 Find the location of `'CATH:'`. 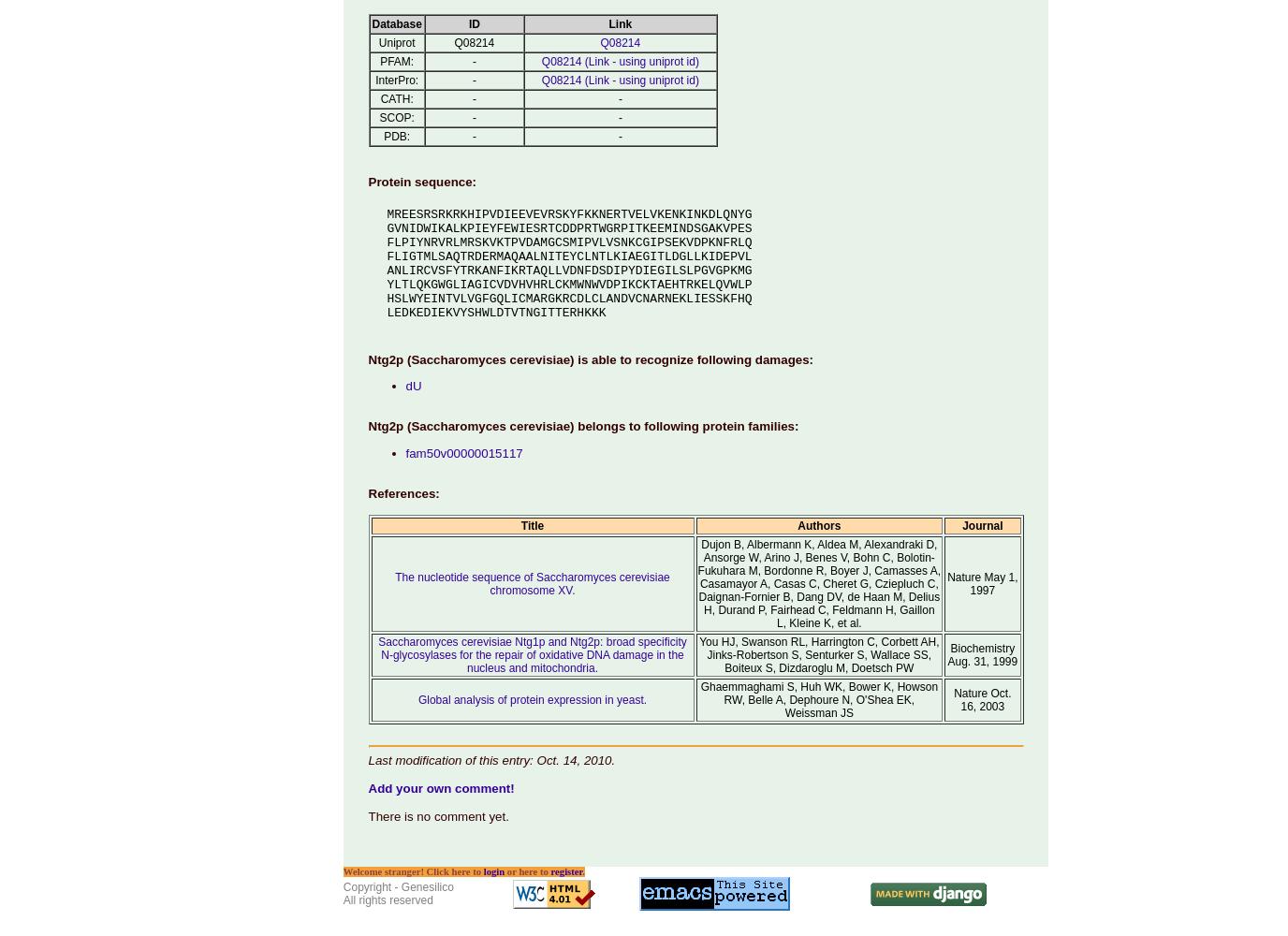

'CATH:' is located at coordinates (395, 97).